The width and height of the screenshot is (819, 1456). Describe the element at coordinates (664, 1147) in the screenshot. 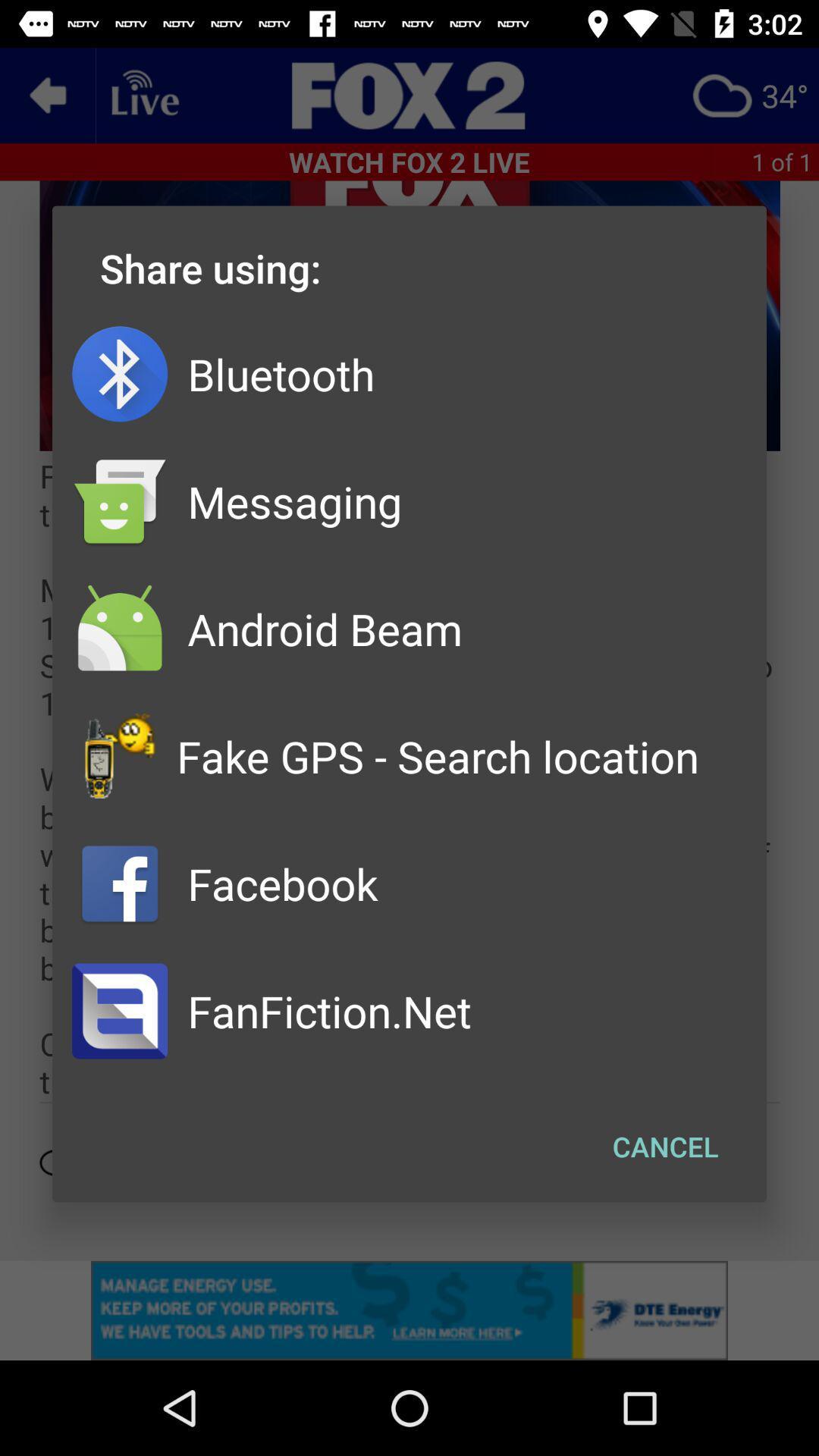

I see `button at the bottom right corner` at that location.